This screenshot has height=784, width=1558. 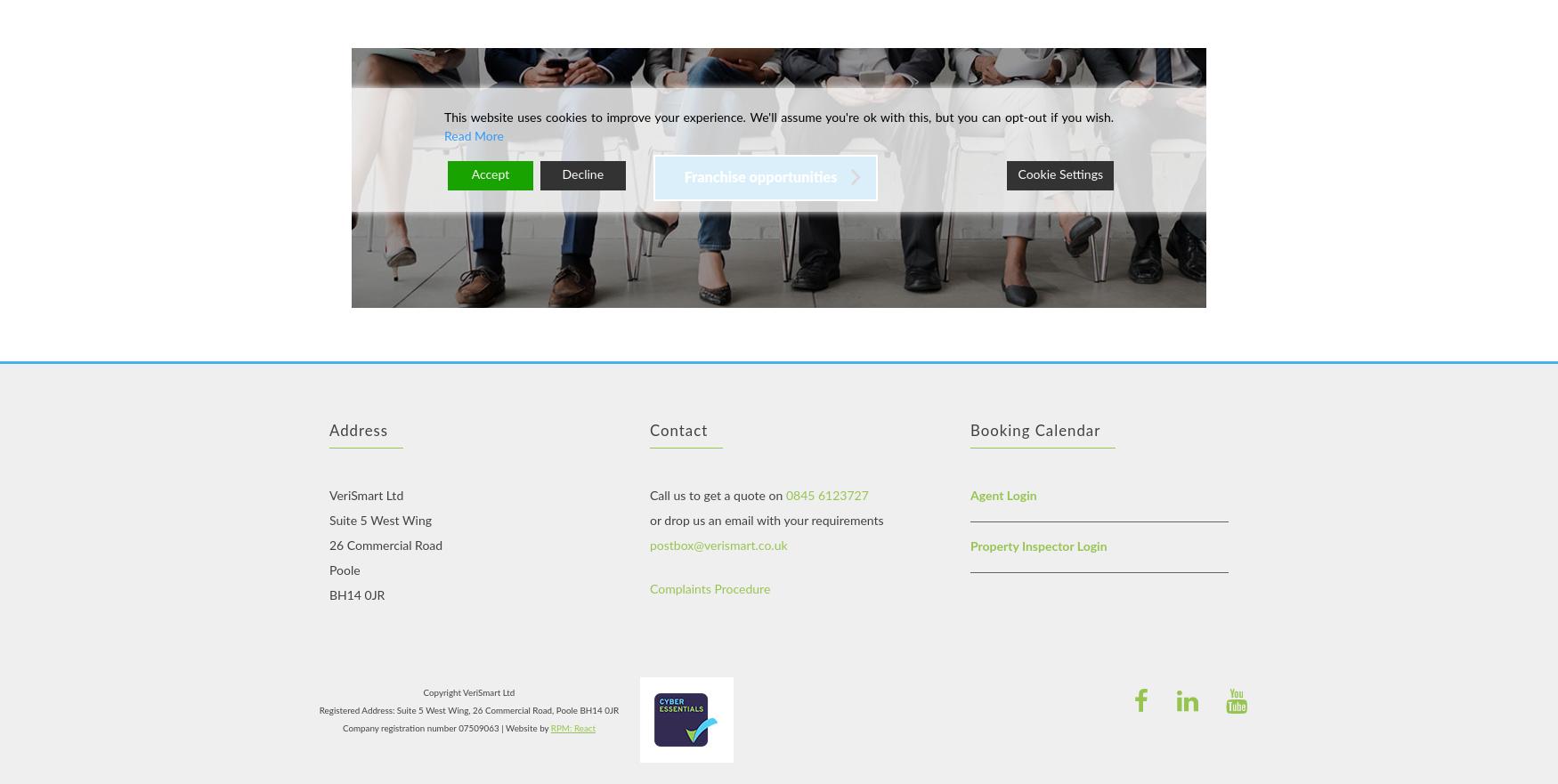 What do you see at coordinates (1037, 545) in the screenshot?
I see `'Property Inspector Login'` at bounding box center [1037, 545].